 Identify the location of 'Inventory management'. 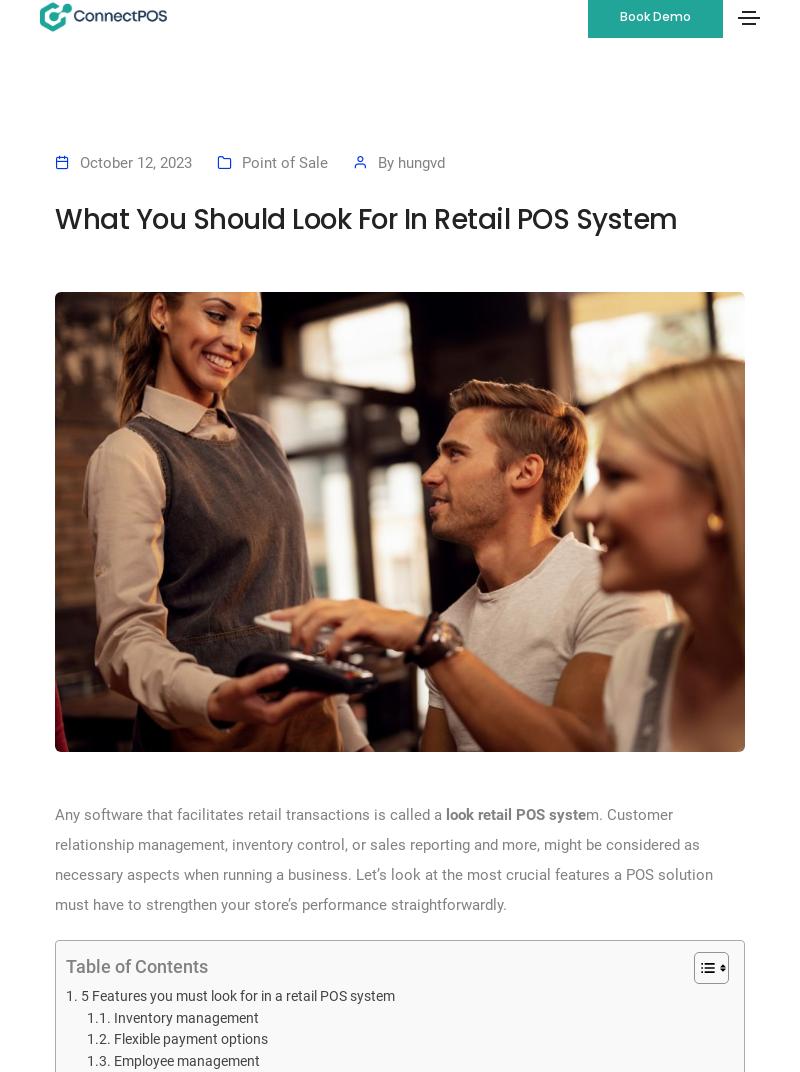
(112, 1017).